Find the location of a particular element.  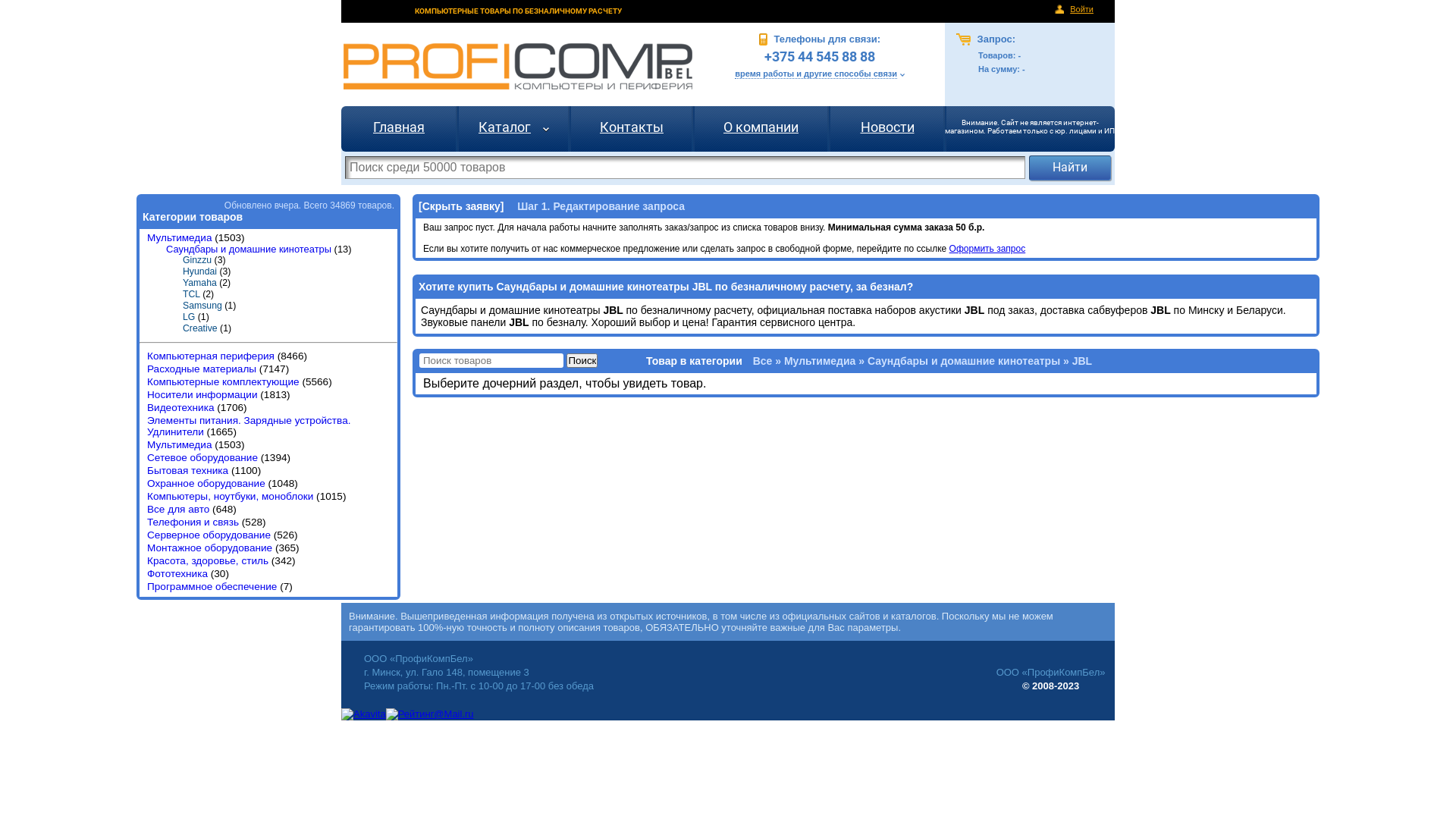

'Samsung' is located at coordinates (202, 305).